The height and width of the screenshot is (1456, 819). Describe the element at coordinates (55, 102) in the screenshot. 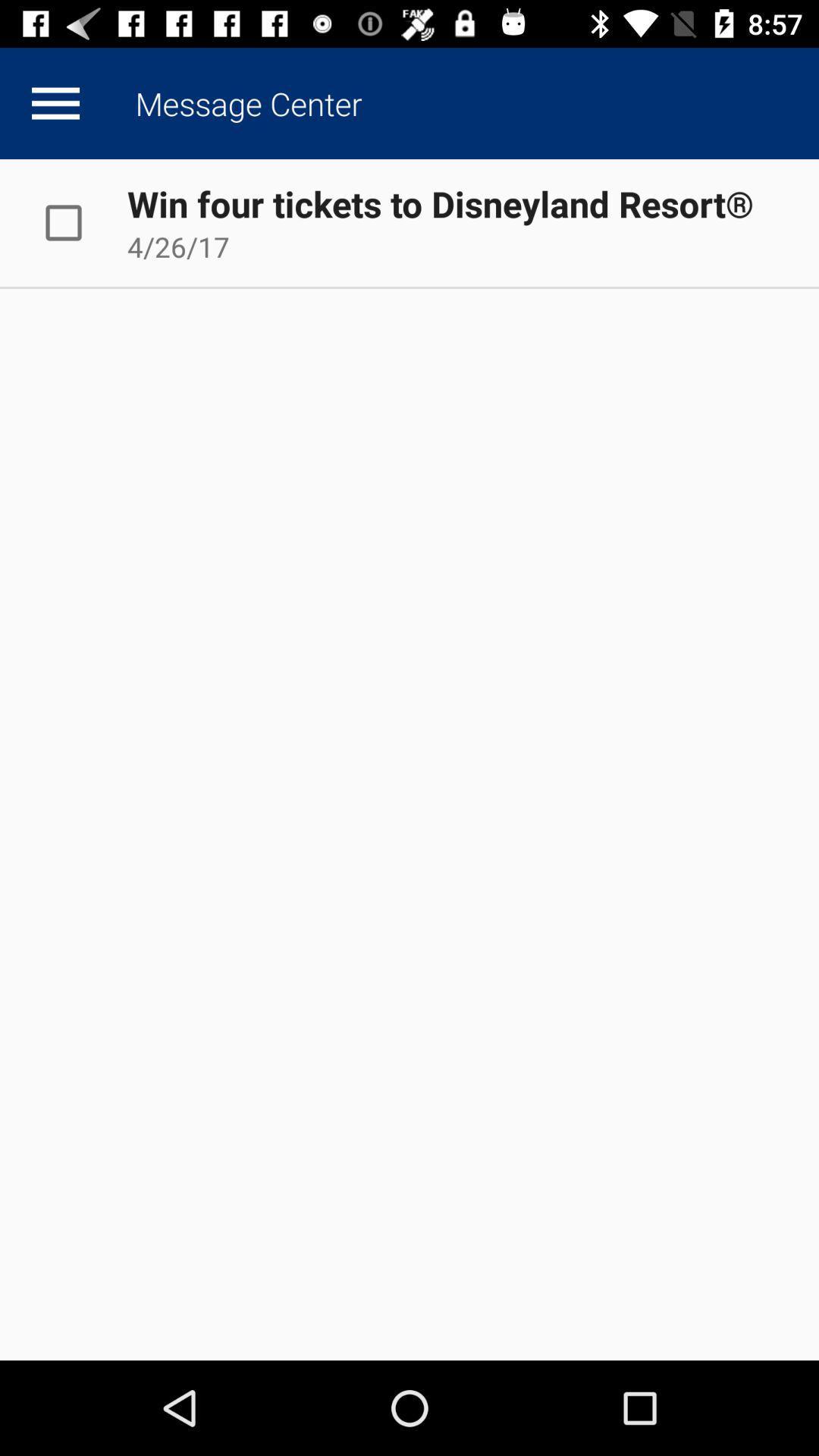

I see `the menu icon` at that location.